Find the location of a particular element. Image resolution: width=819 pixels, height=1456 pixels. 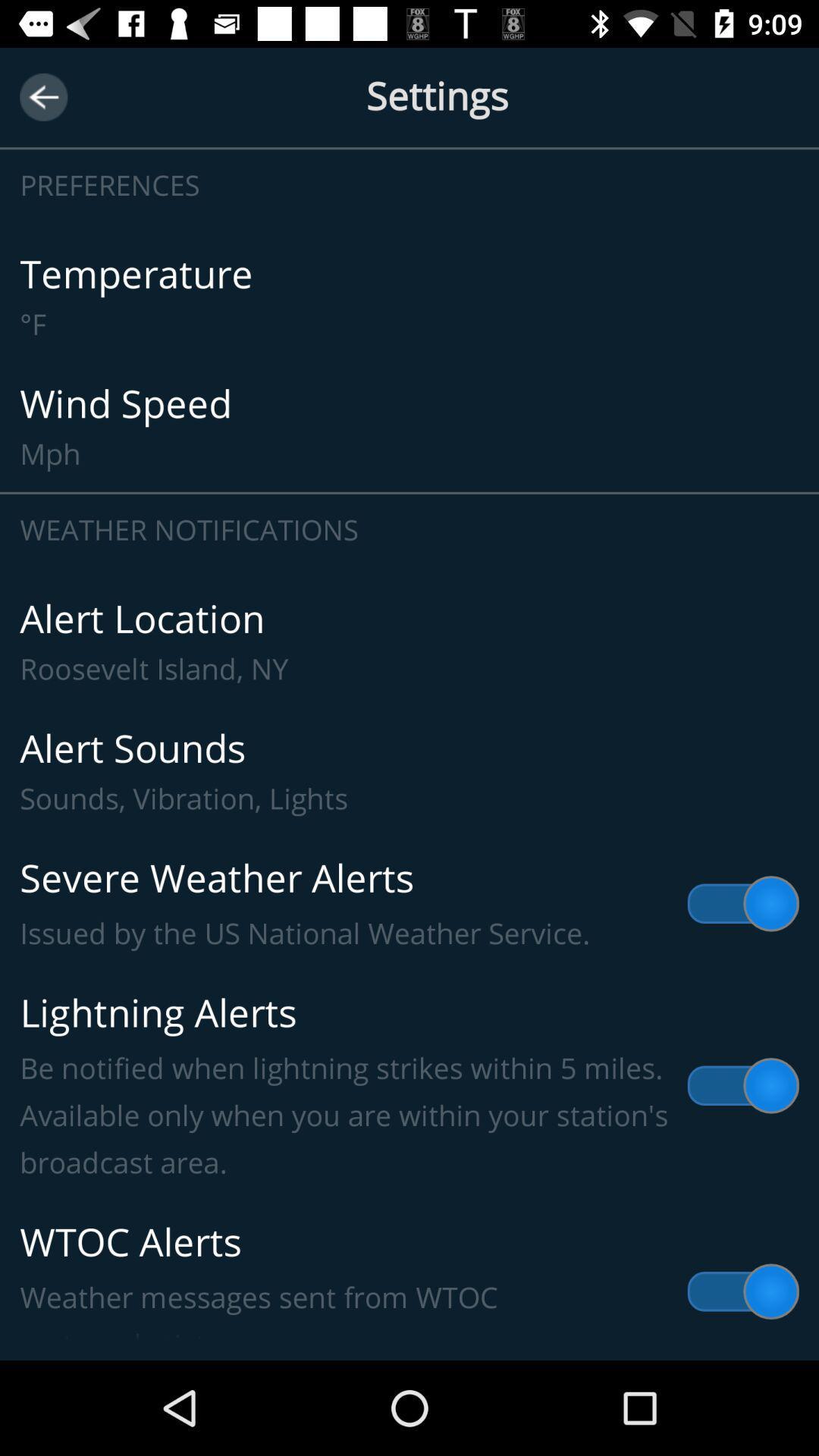

wind speed is located at coordinates (409, 426).